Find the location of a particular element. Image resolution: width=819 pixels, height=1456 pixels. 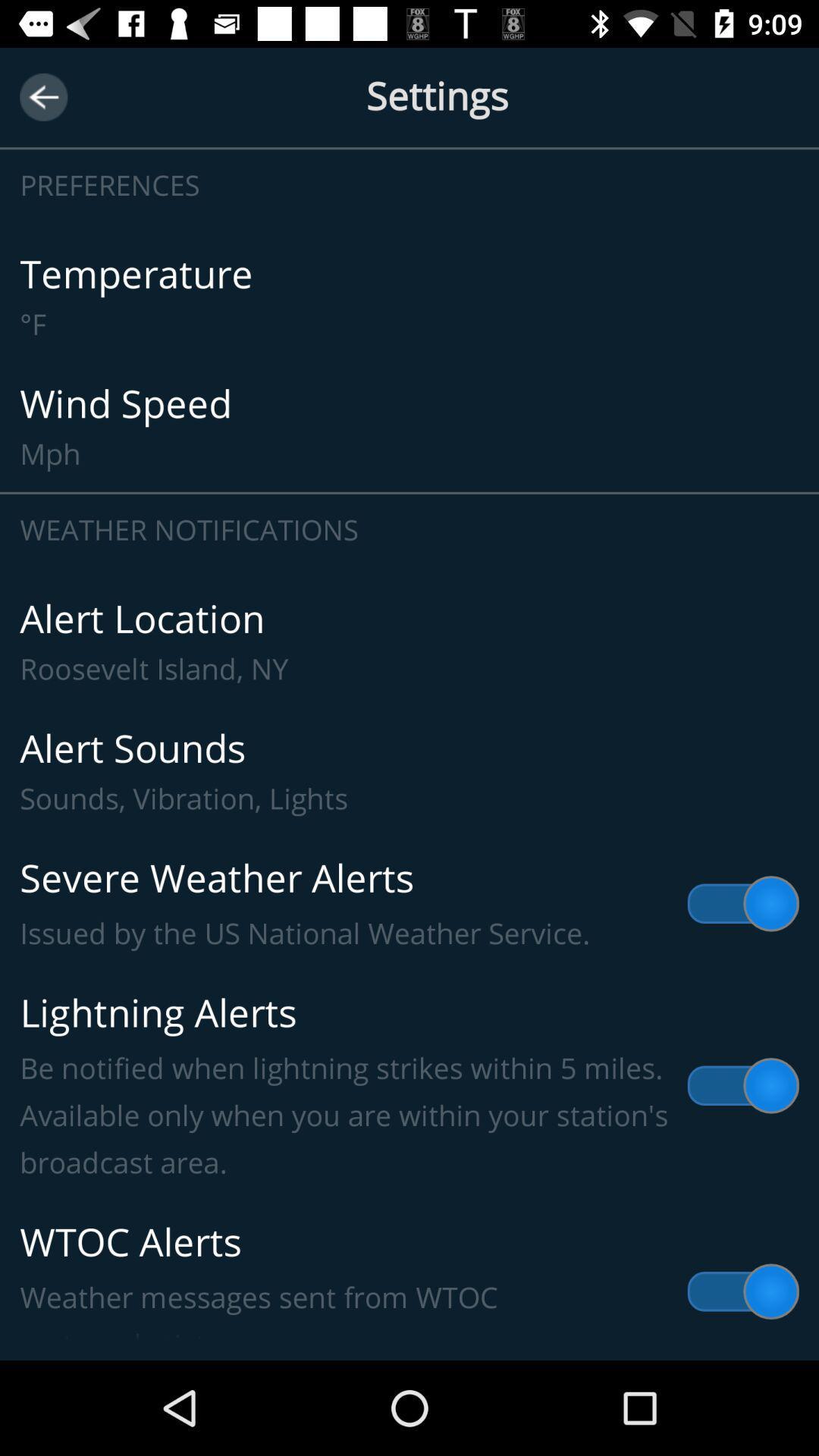

wind speed is located at coordinates (409, 426).